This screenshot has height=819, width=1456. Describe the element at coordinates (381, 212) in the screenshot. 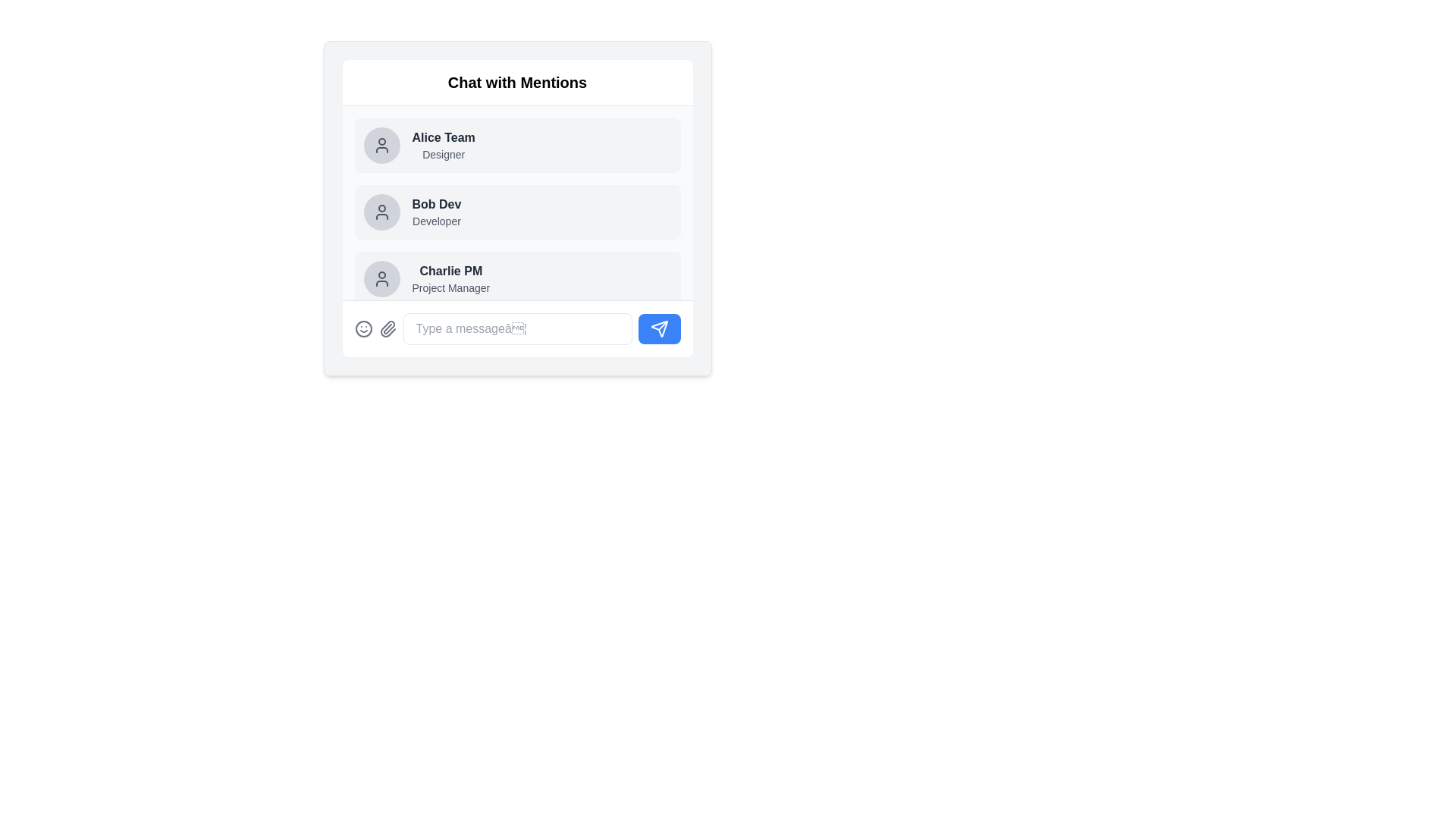

I see `the Avatar Icon representing 'Bob Dev, Developer' which has a circular shape with a light gray background and a user silhouette in darker gray` at that location.